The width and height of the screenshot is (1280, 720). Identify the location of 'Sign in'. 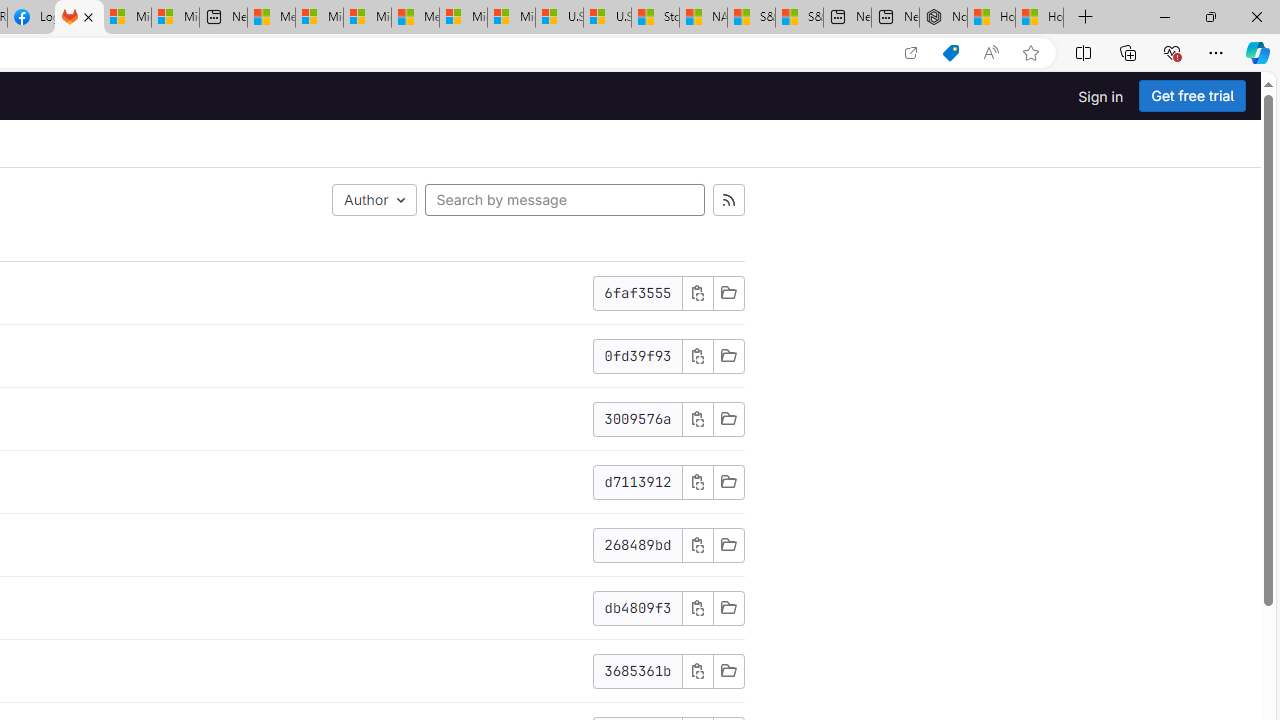
(1099, 96).